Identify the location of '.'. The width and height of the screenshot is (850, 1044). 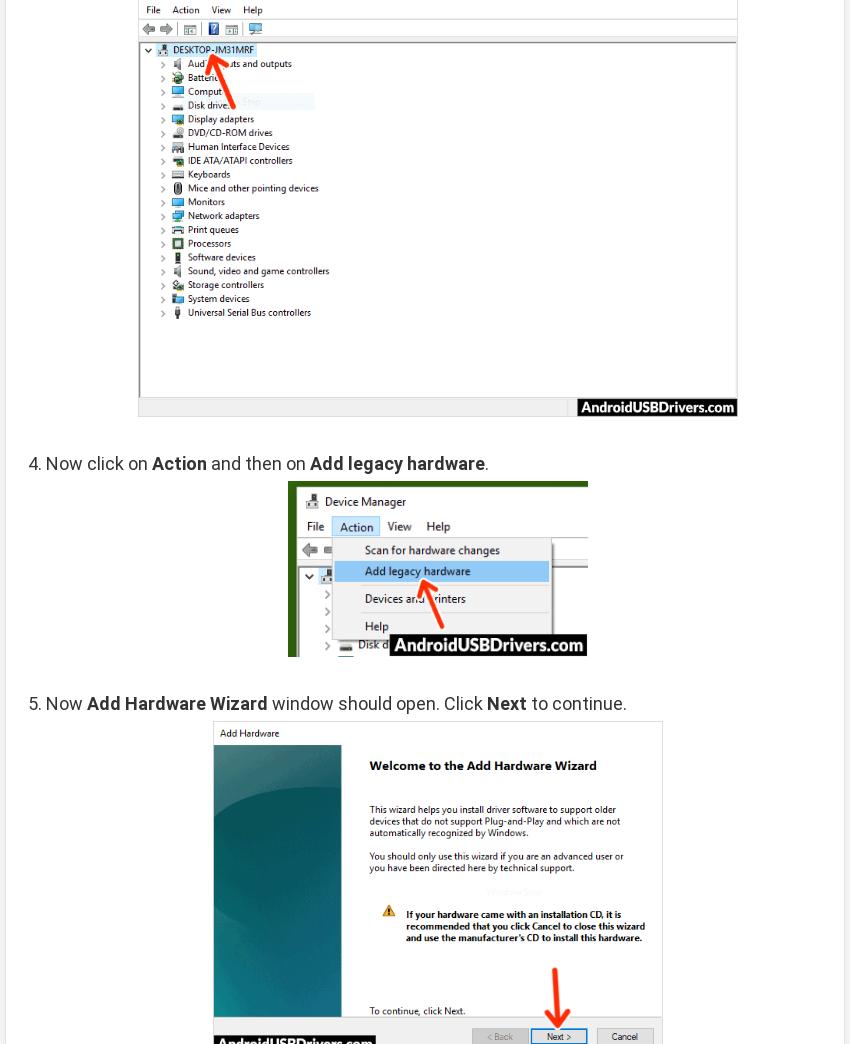
(486, 463).